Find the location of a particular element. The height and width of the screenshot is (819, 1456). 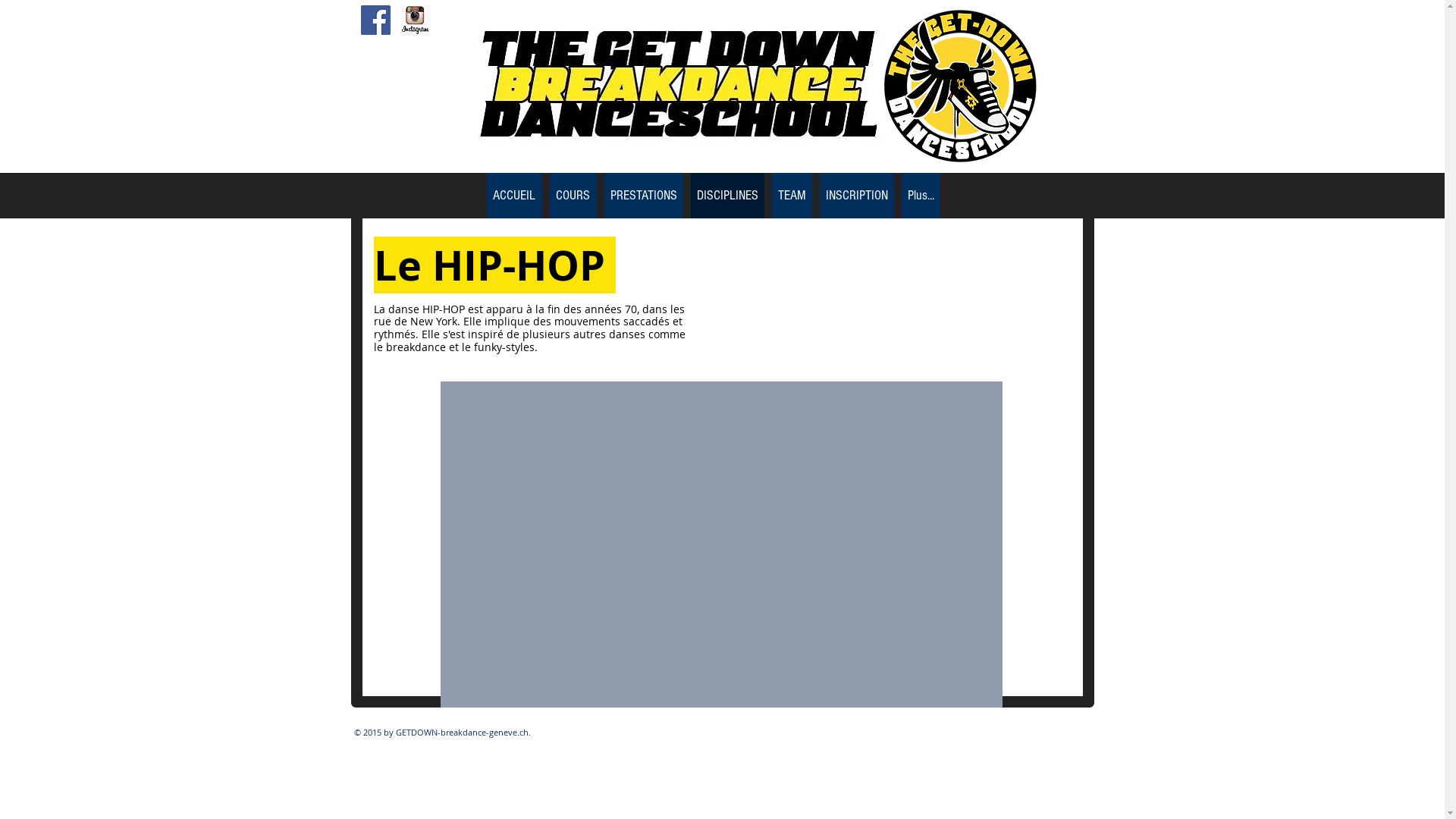

'External YouTube' is located at coordinates (720, 543).